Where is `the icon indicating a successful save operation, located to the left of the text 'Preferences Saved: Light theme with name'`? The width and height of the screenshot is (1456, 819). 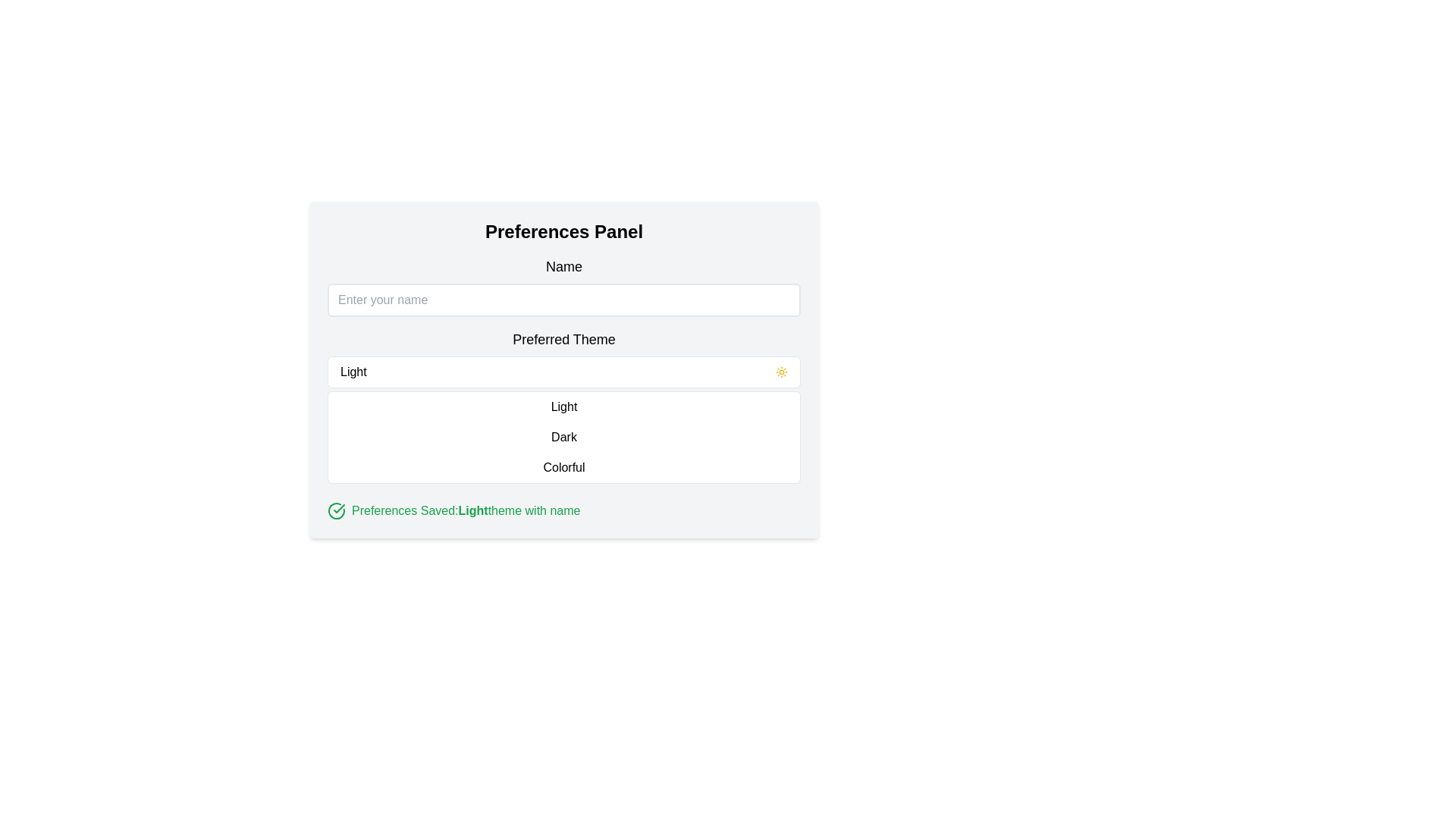
the icon indicating a successful save operation, located to the left of the text 'Preferences Saved: Light theme with name' is located at coordinates (336, 511).